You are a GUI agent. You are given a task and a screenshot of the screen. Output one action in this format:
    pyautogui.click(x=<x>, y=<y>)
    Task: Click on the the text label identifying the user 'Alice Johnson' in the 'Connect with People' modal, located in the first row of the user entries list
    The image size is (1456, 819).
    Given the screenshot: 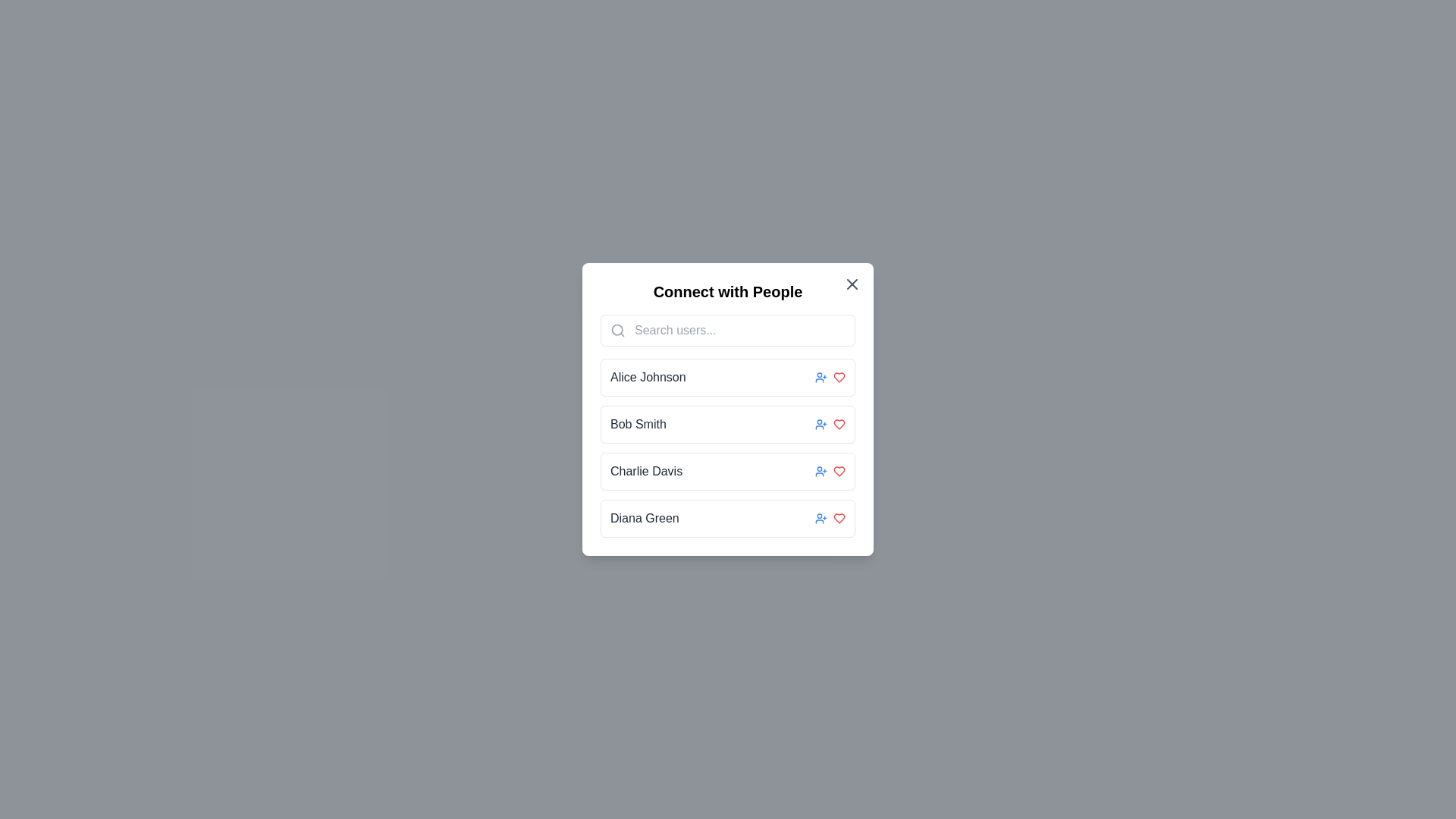 What is the action you would take?
    pyautogui.click(x=648, y=376)
    